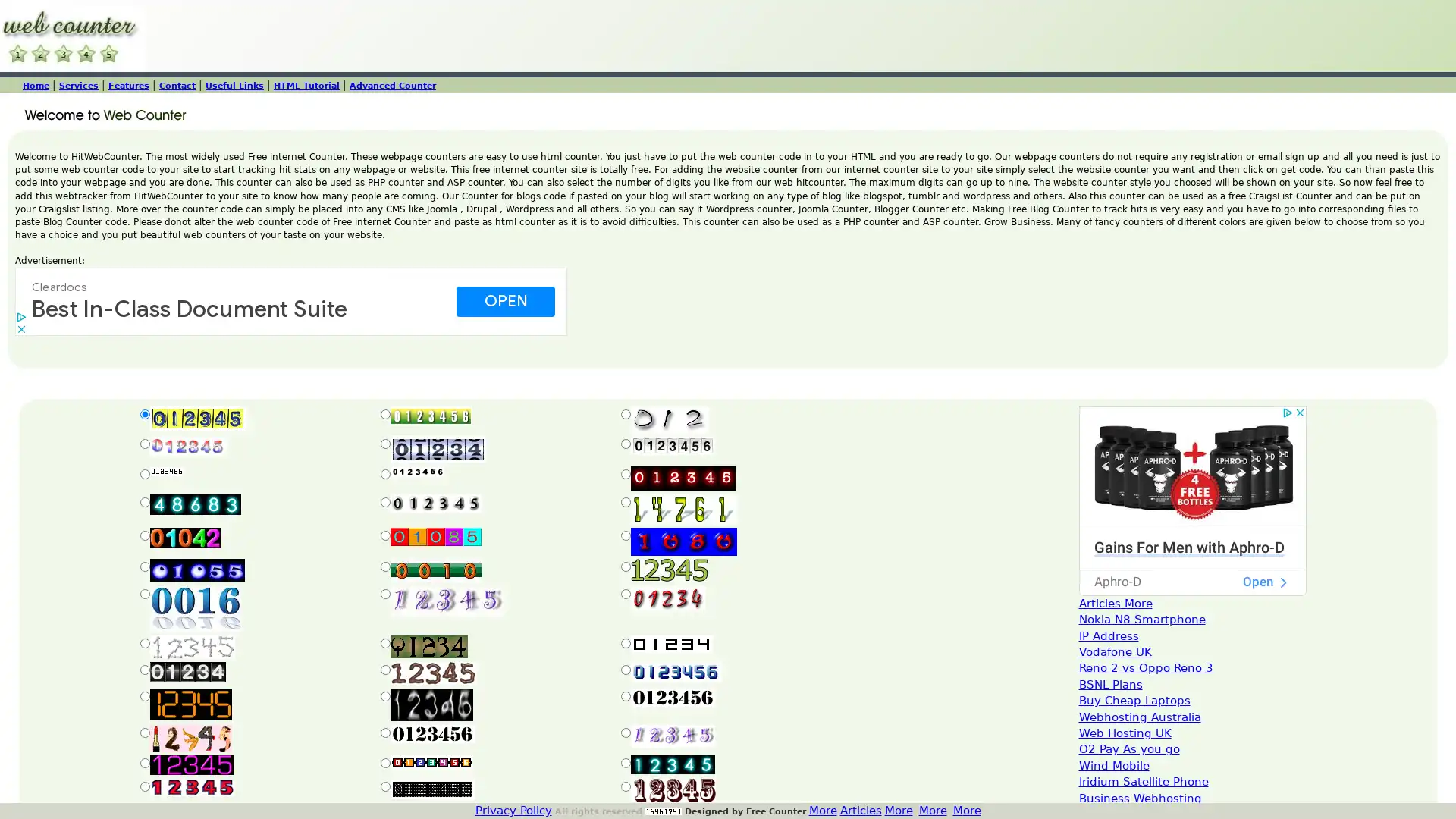 The height and width of the screenshot is (819, 1456). Describe the element at coordinates (197, 418) in the screenshot. I see `Submit` at that location.